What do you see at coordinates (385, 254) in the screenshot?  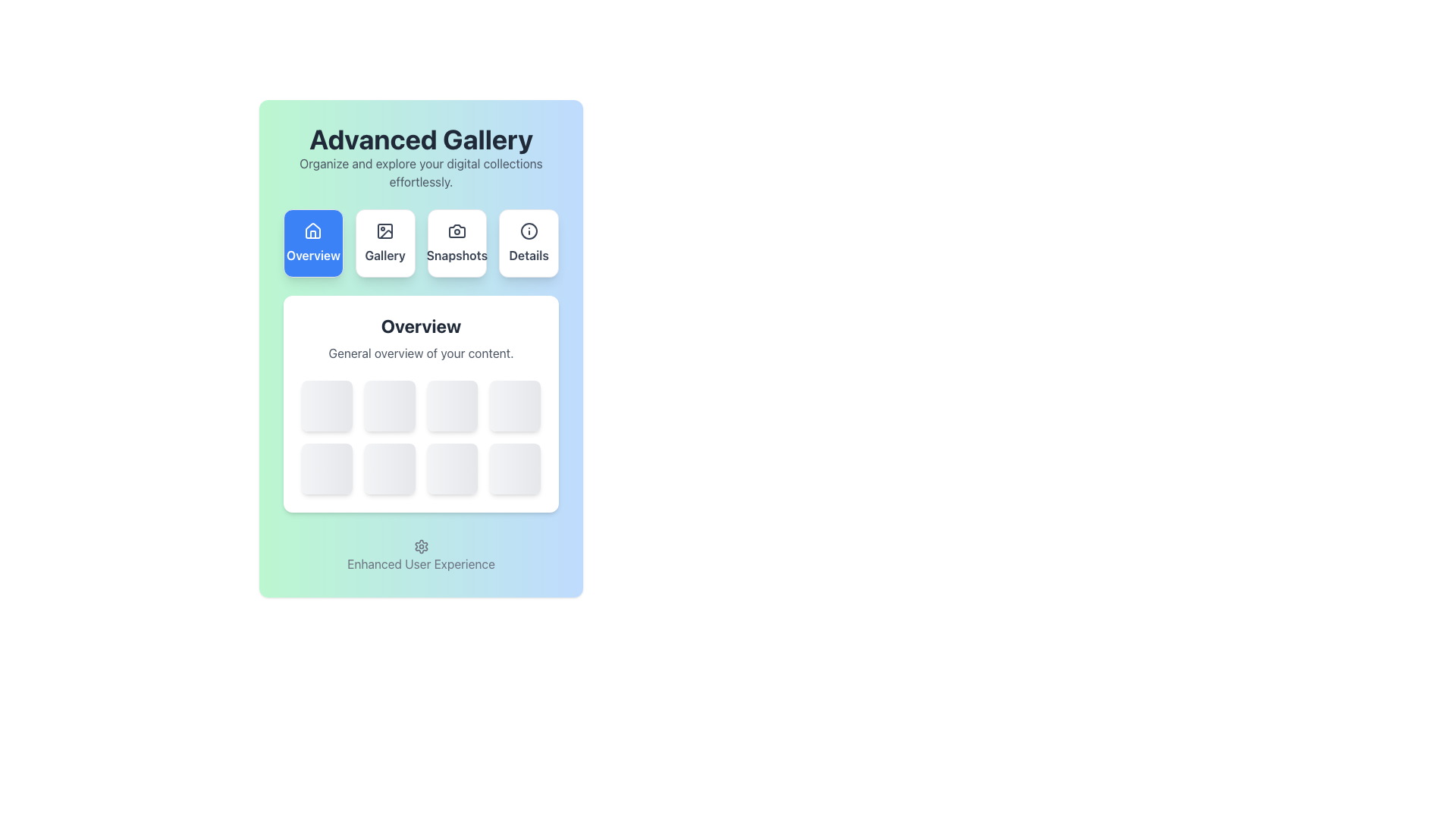 I see `the 'Gallery' static text label located at the bottom center of the rounded rectangular button with a white background and shadow effect` at bounding box center [385, 254].